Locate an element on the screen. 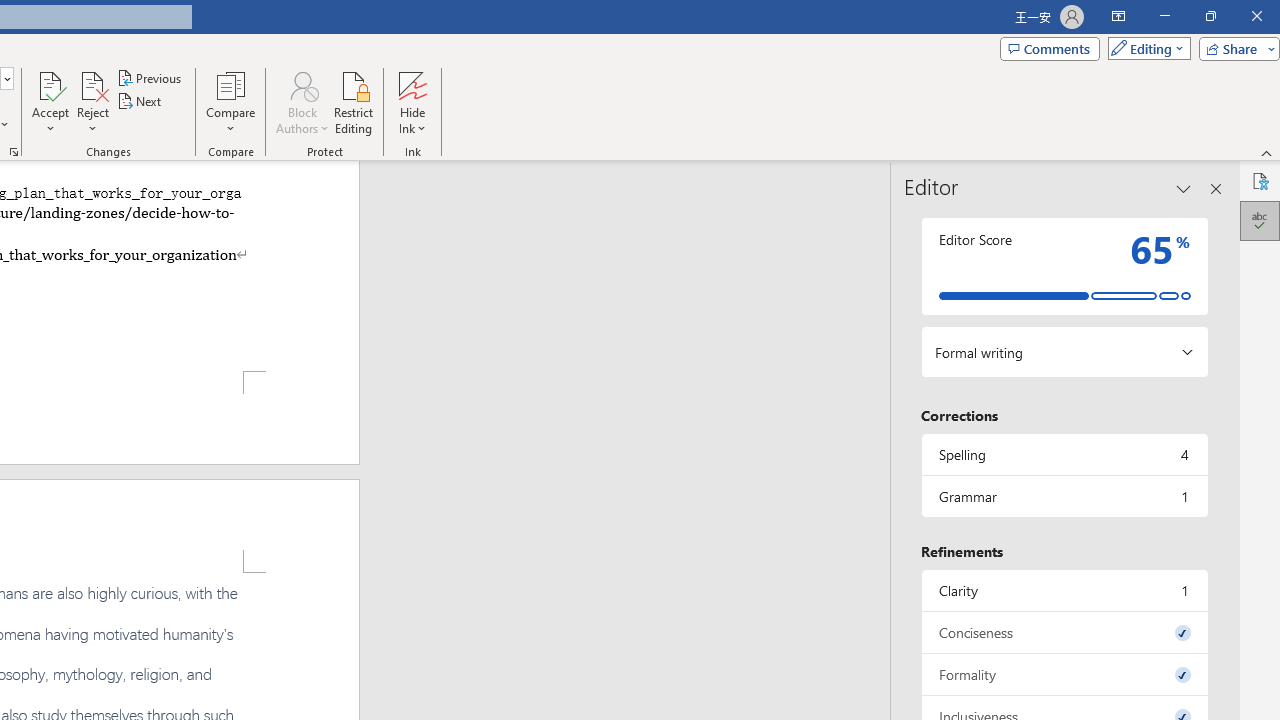 The width and height of the screenshot is (1280, 720). 'Comments' is located at coordinates (1048, 47).